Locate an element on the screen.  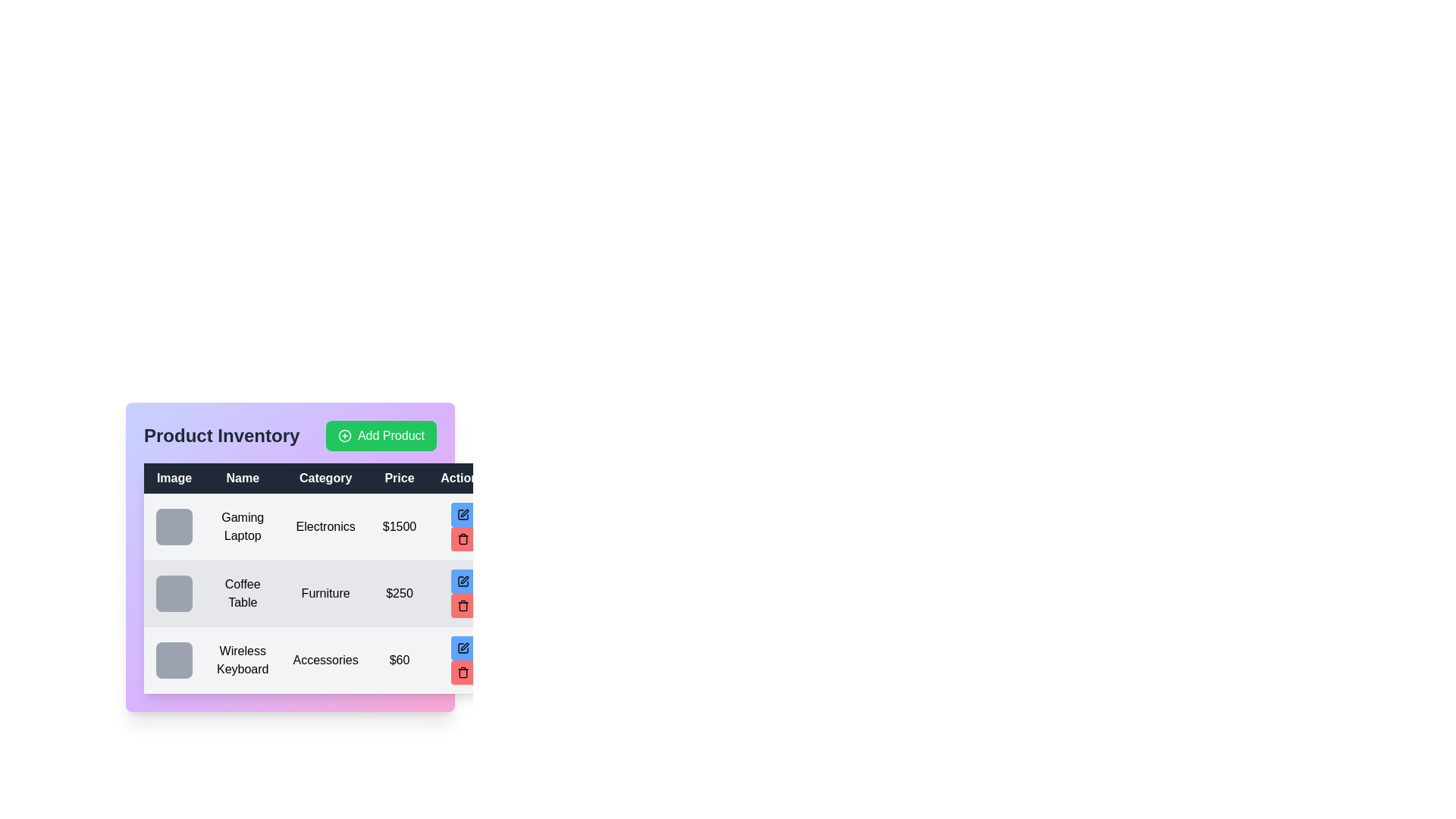
the blue button with a pen icon in the 'Actions' column of the first row of the 'Product Inventory' table is located at coordinates (462, 513).